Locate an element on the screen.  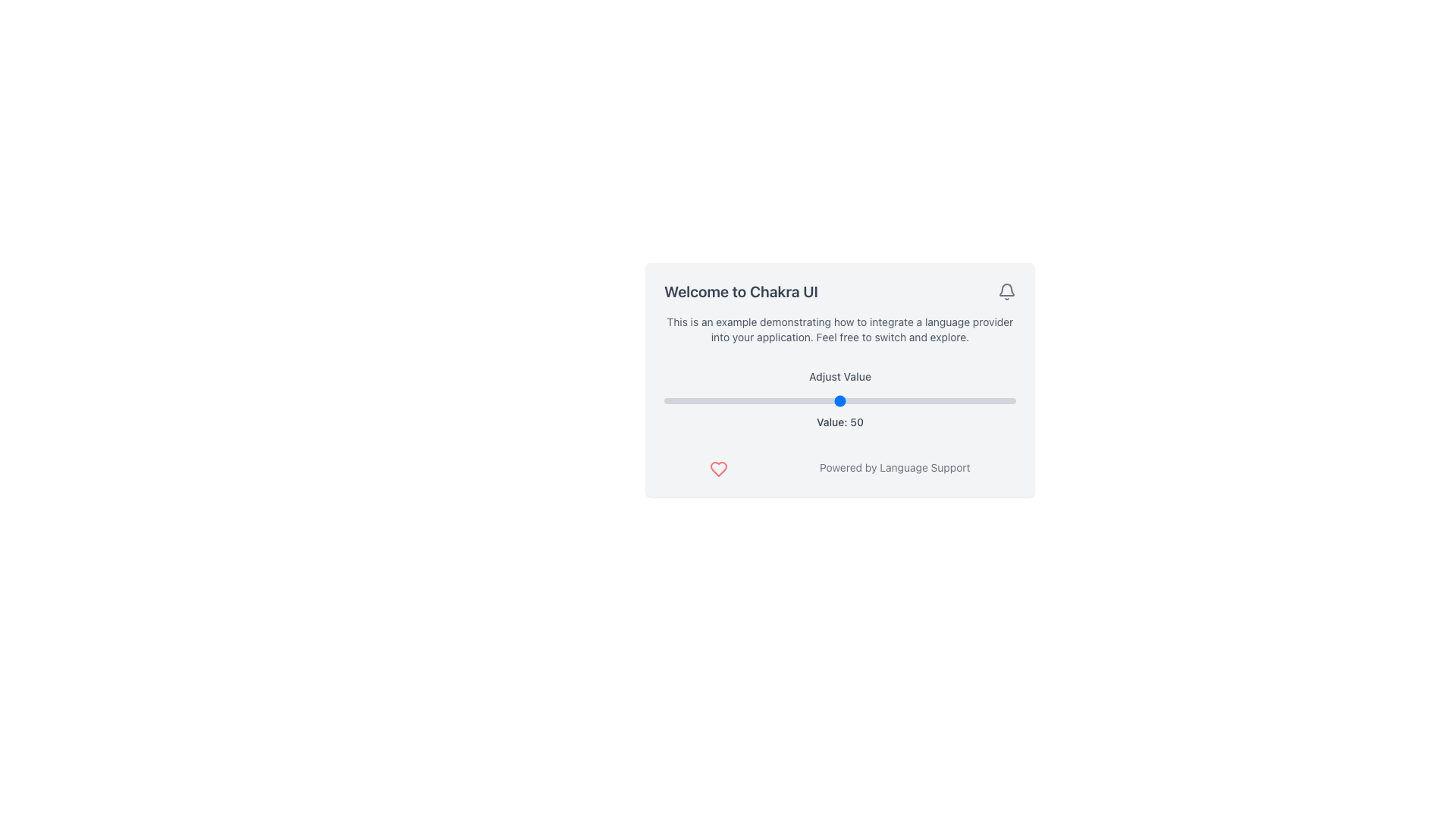
the bell icon located to the right of the header text 'Welcome to Chakra UI' is located at coordinates (1007, 292).